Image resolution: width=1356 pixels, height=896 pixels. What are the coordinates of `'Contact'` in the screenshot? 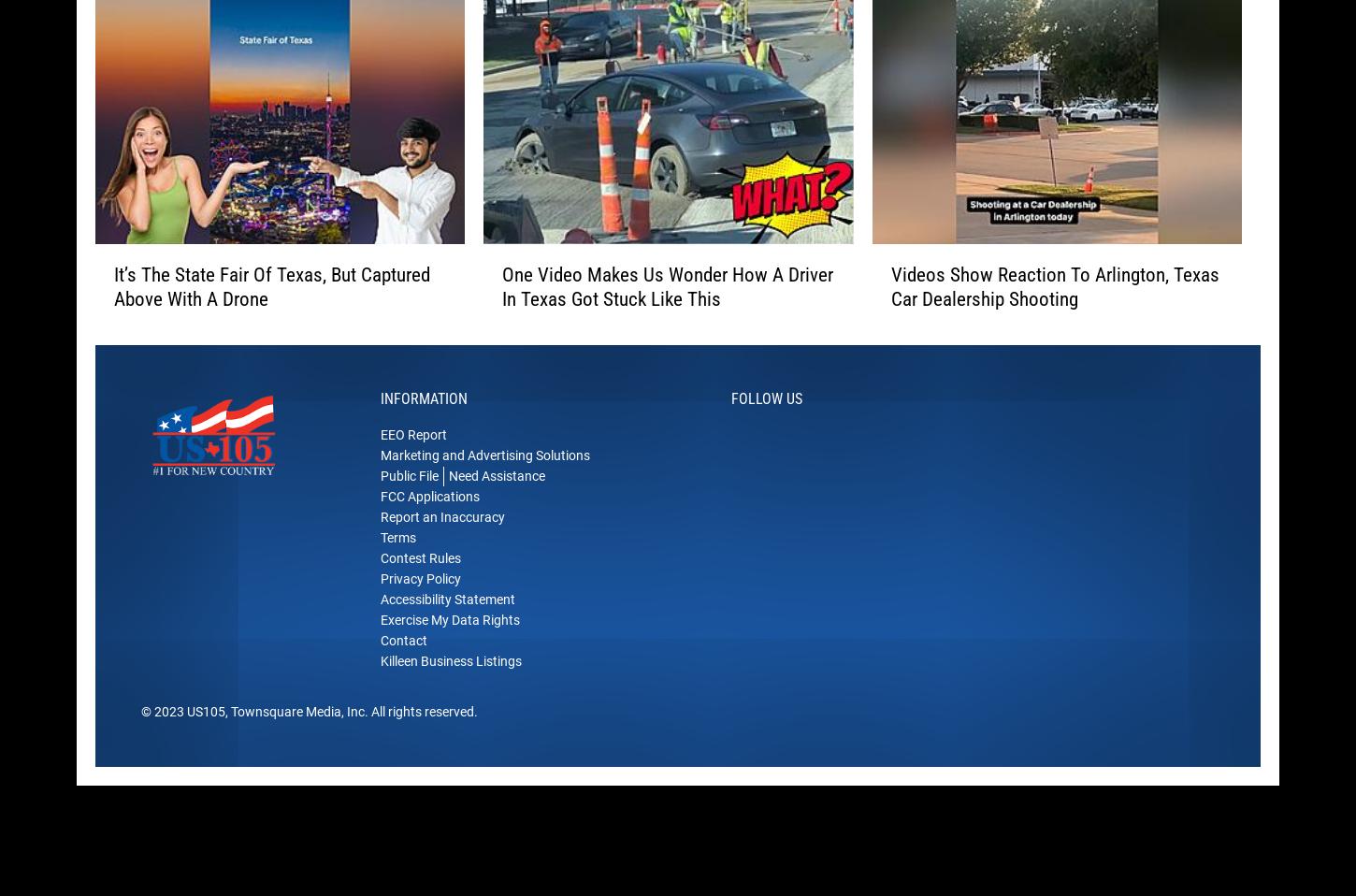 It's located at (402, 669).